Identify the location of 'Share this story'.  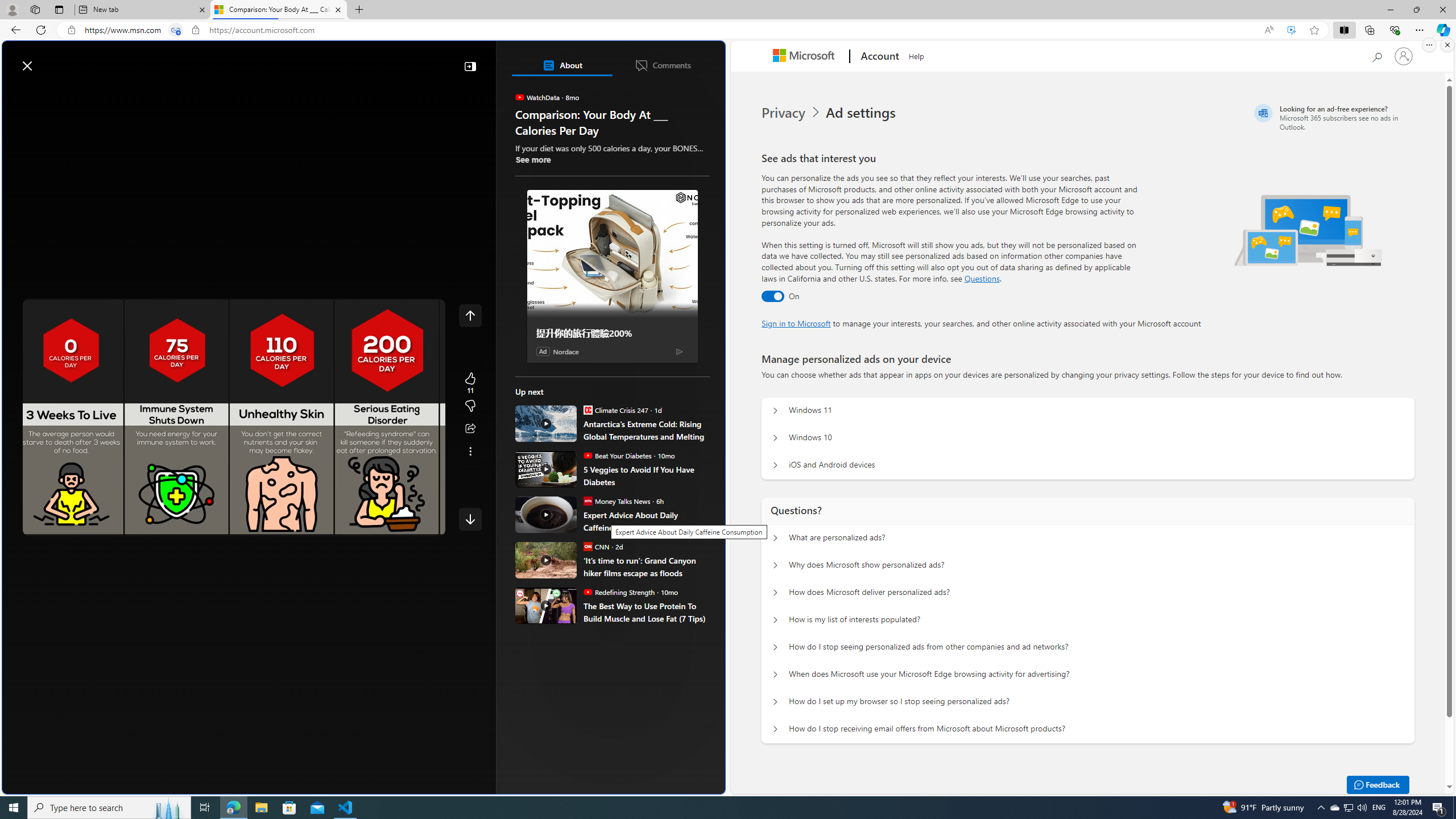
(470, 429).